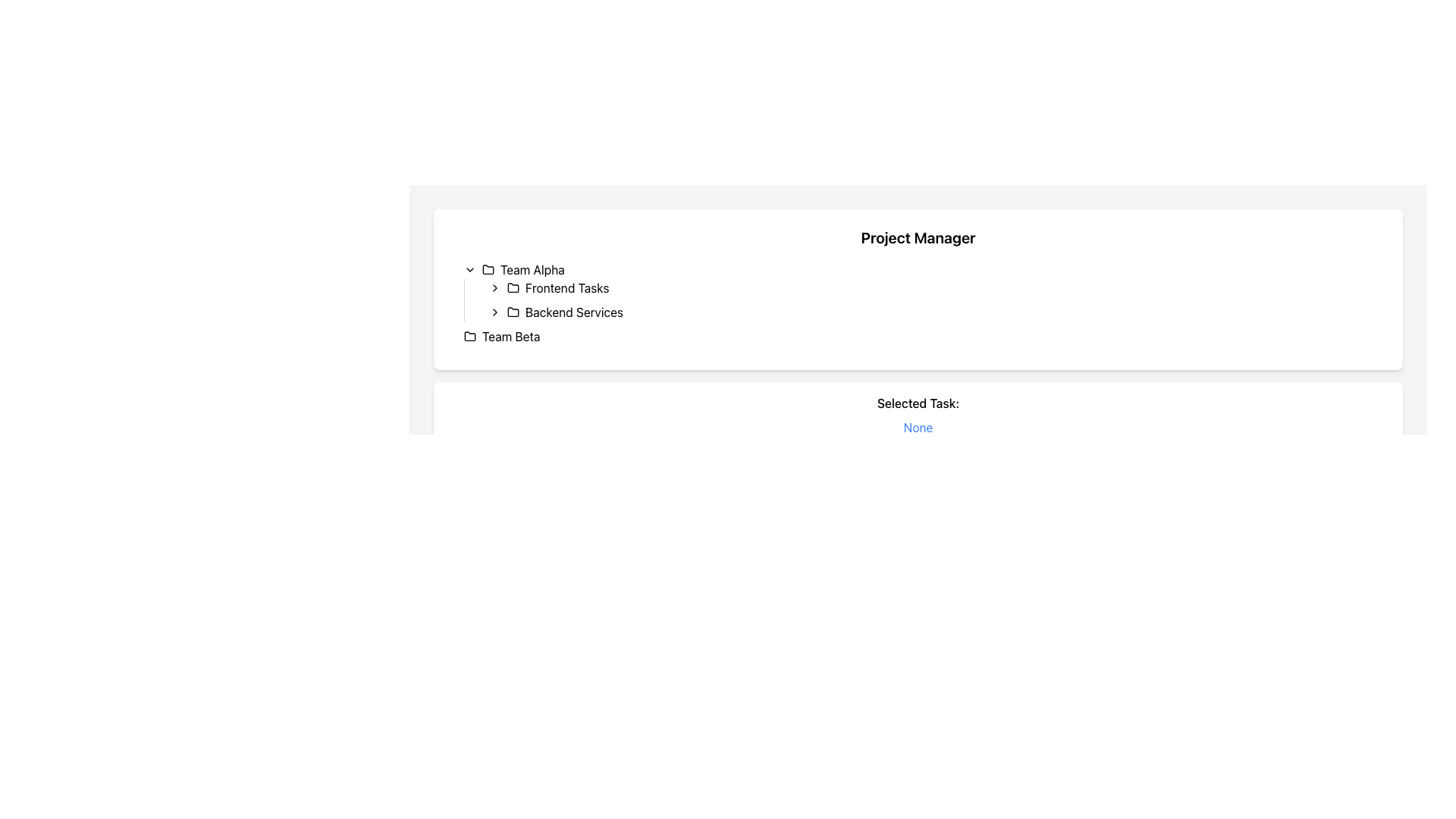 This screenshot has width=1456, height=819. Describe the element at coordinates (469, 335) in the screenshot. I see `the Icon Graphic that represents the body of a folder icon adjacent to the label 'Team Beta'` at that location.